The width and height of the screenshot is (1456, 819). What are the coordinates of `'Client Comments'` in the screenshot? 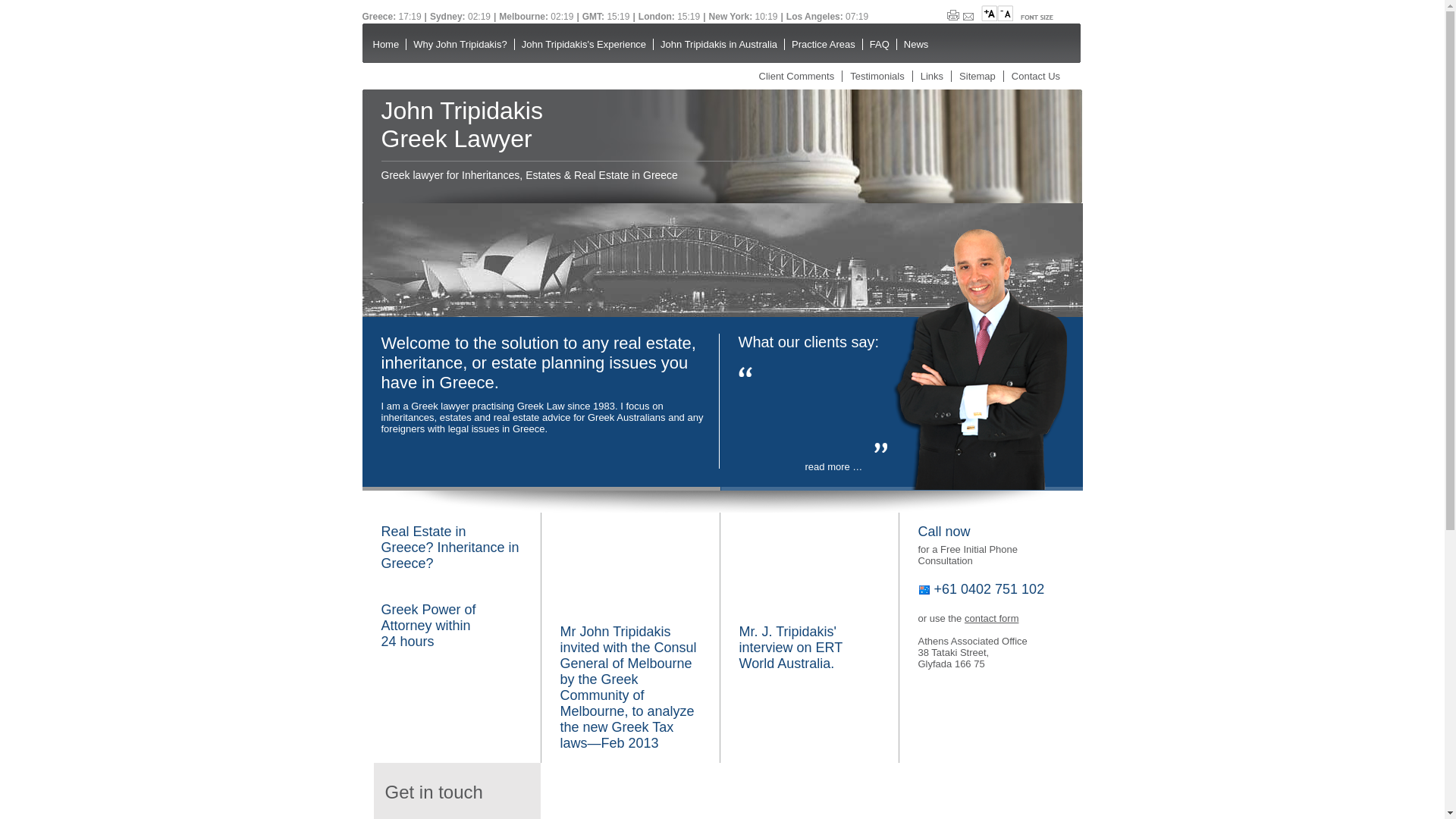 It's located at (795, 76).